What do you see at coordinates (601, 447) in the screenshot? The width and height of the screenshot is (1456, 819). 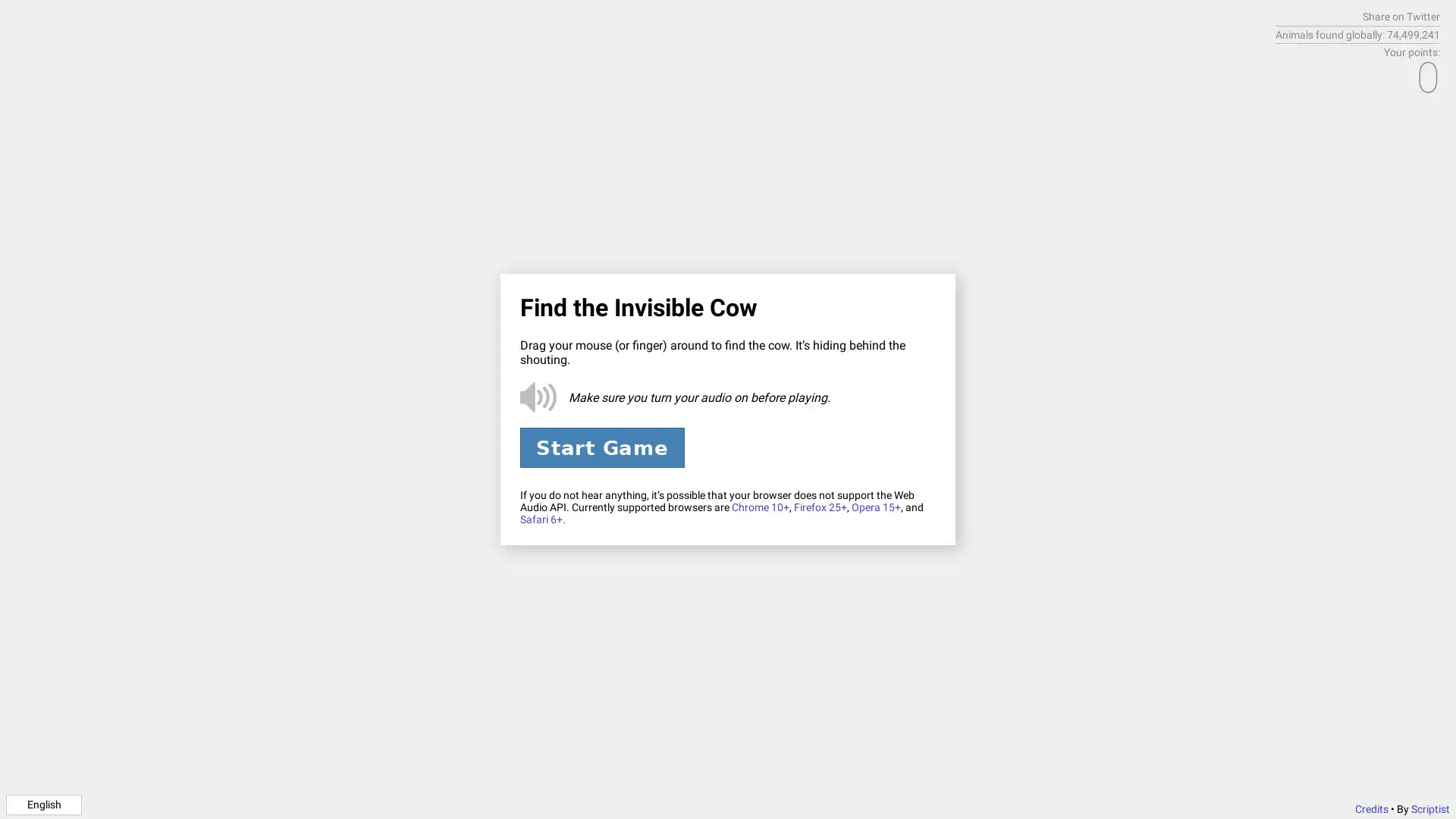 I see `Start Game` at bounding box center [601, 447].